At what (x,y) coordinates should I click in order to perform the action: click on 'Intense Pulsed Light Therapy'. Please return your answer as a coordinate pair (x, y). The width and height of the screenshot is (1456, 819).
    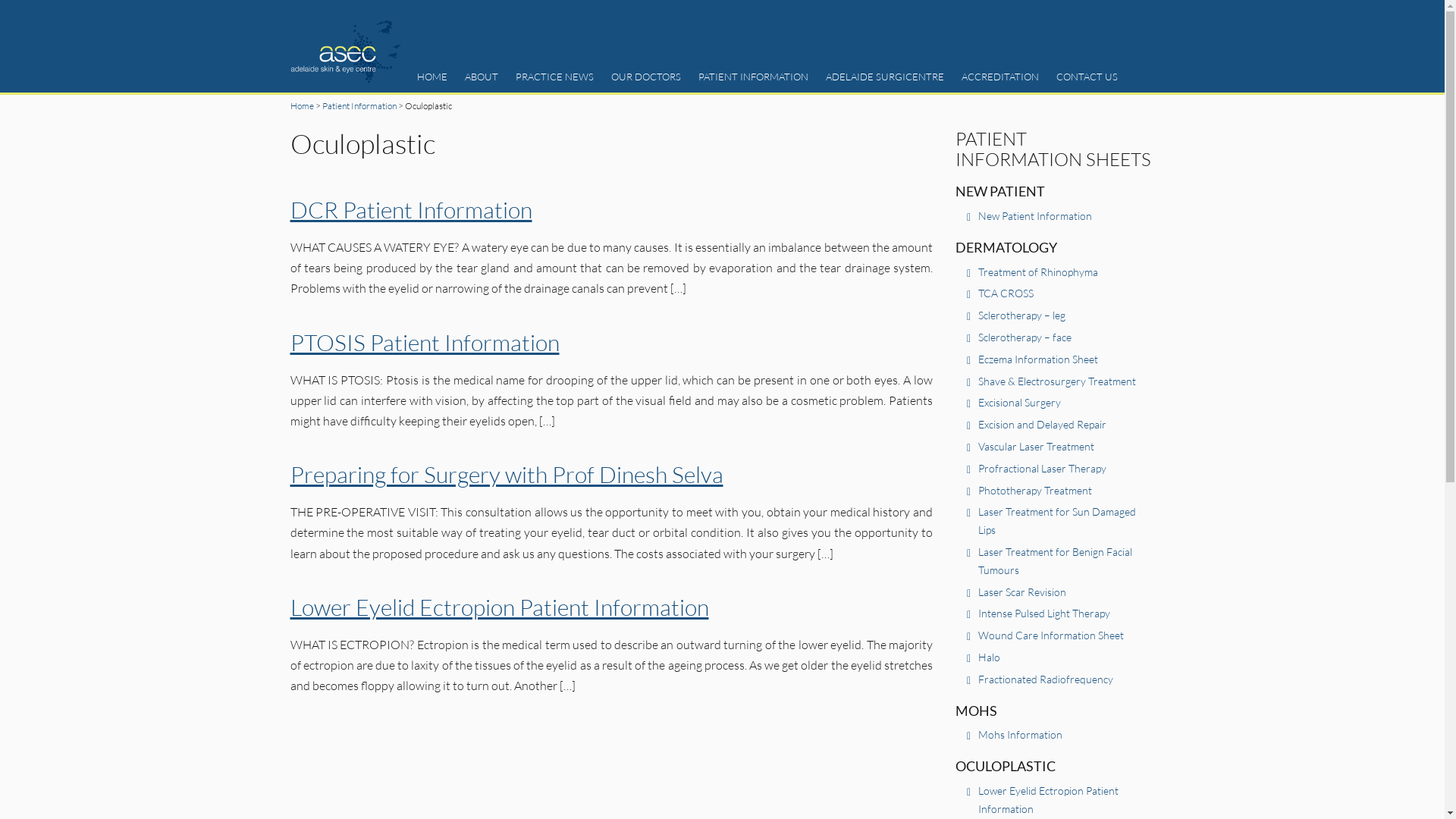
    Looking at the image, I should click on (1043, 612).